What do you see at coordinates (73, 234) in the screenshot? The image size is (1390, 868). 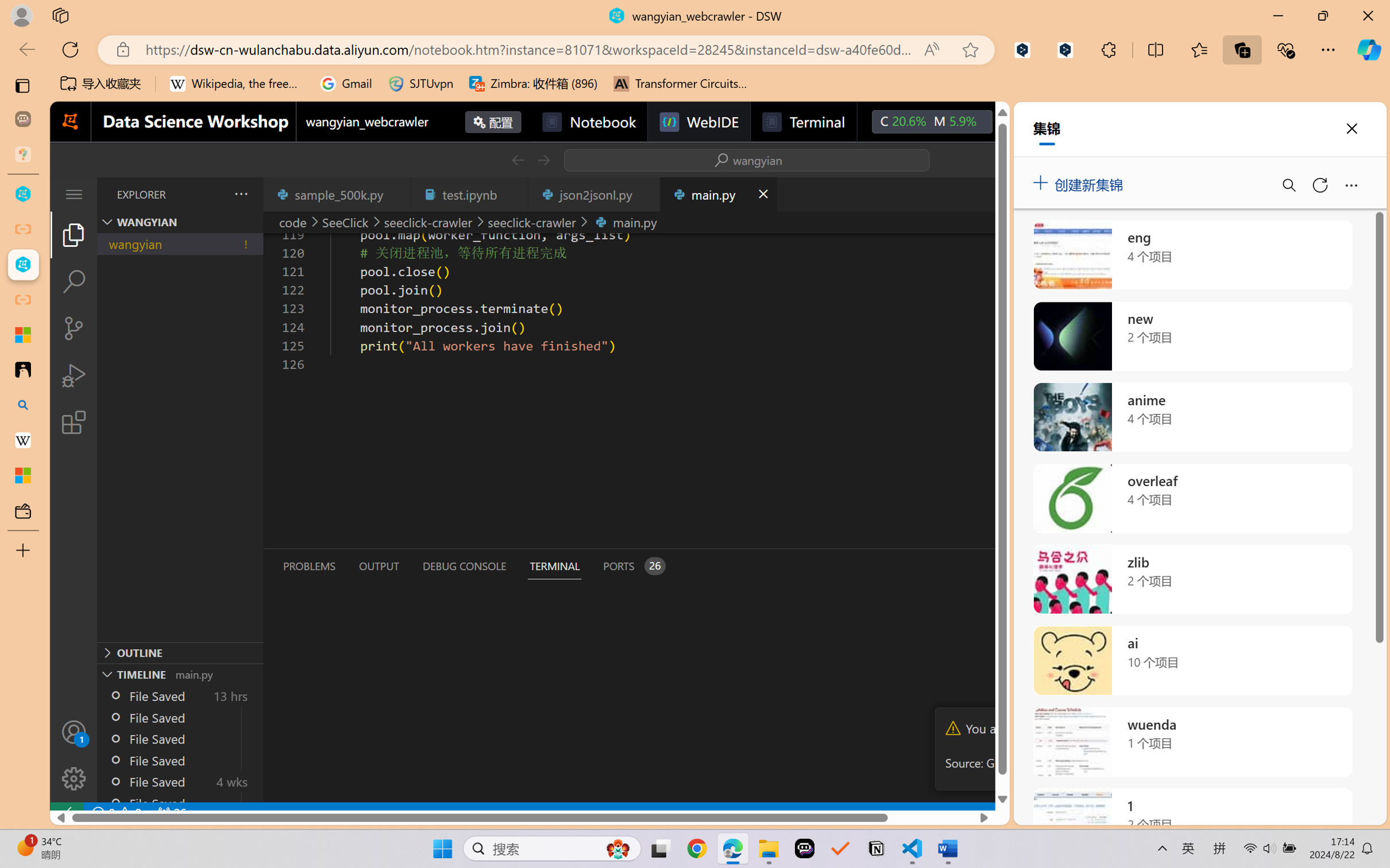 I see `'Explorer (Ctrl+Shift+E)'` at bounding box center [73, 234].